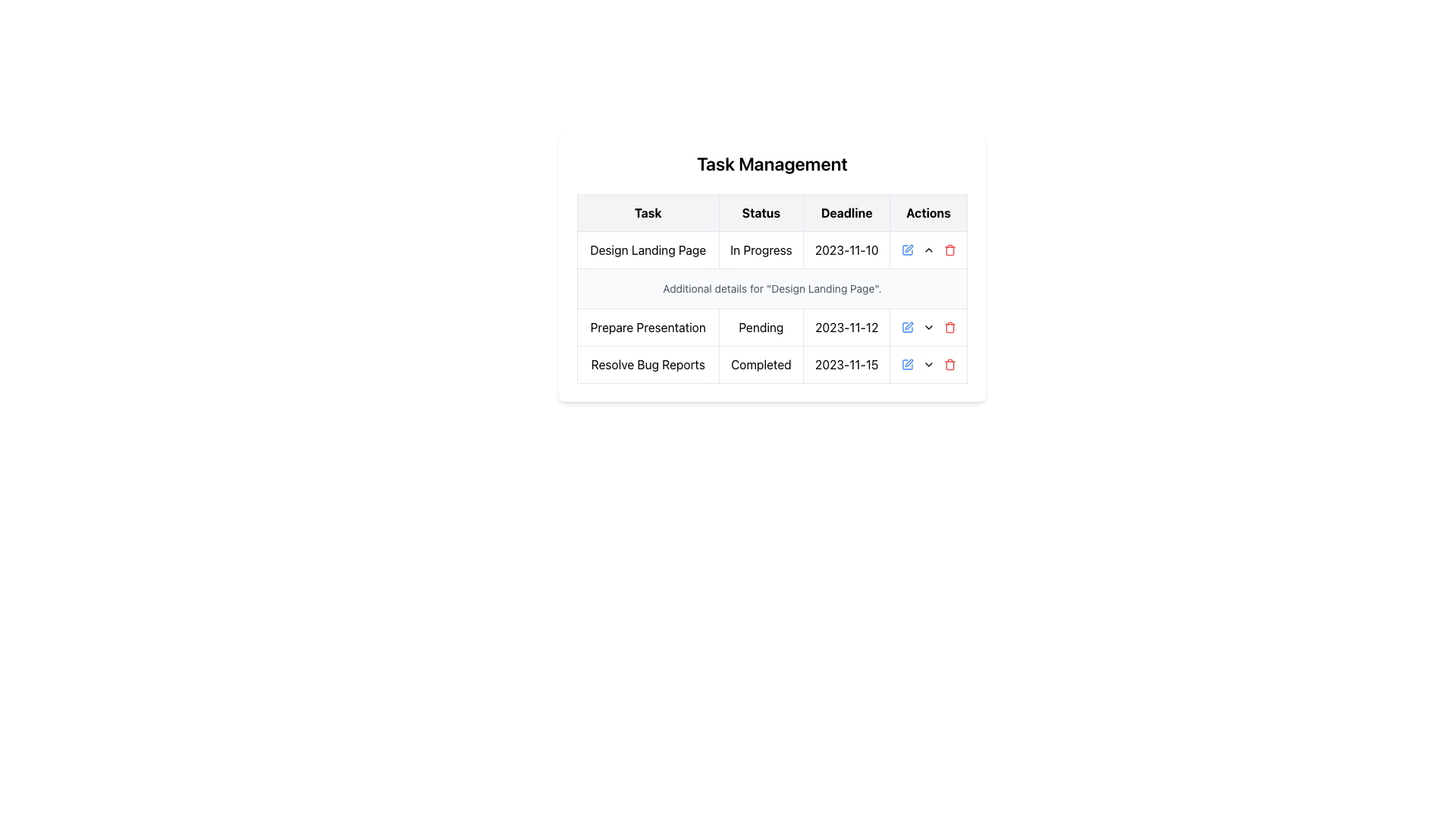  Describe the element at coordinates (772, 365) in the screenshot. I see `the third row of the tabular display that contains 'Resolve Bug Reports', 'Completed', '2023-11-15', and interactive icons` at that location.